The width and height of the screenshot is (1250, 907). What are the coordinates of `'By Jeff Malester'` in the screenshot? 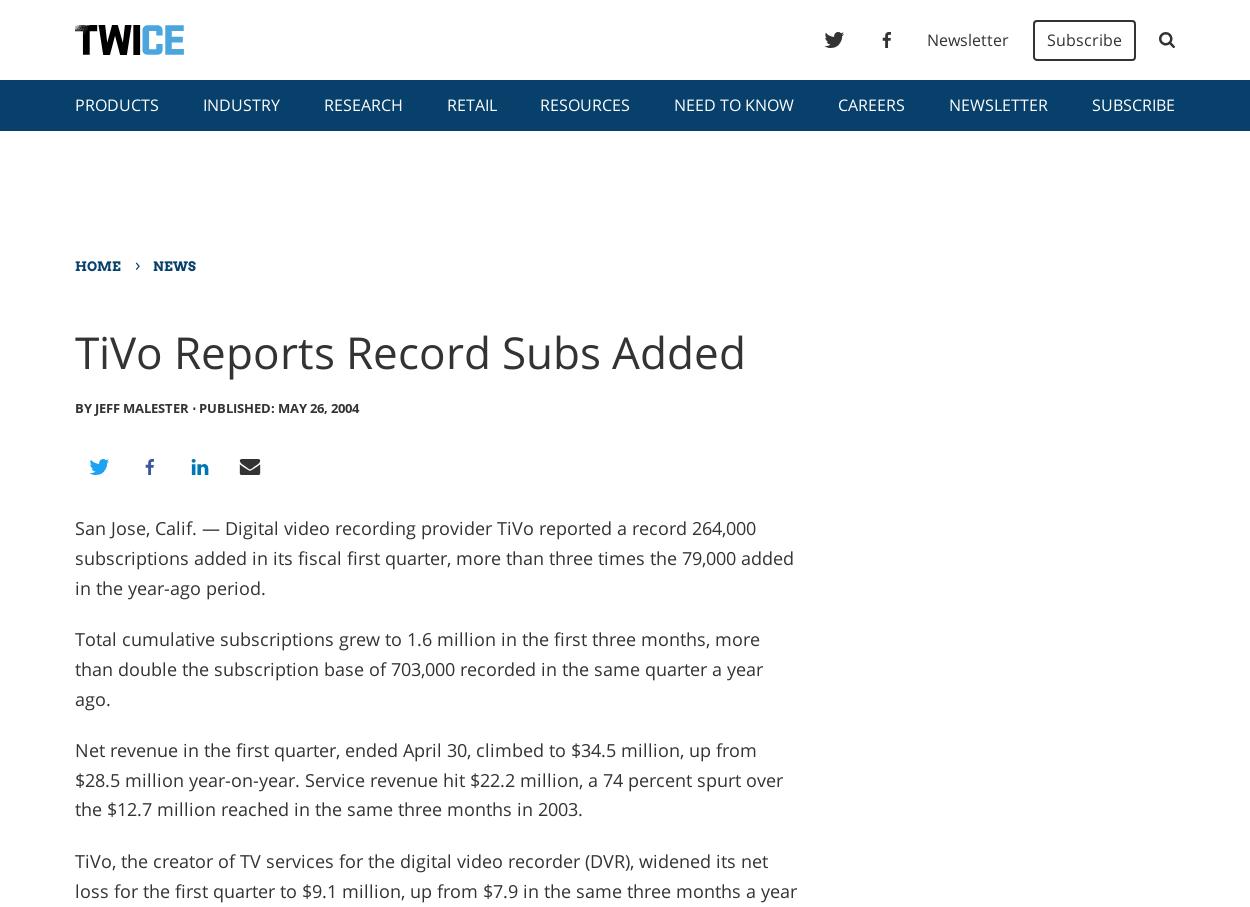 It's located at (73, 407).